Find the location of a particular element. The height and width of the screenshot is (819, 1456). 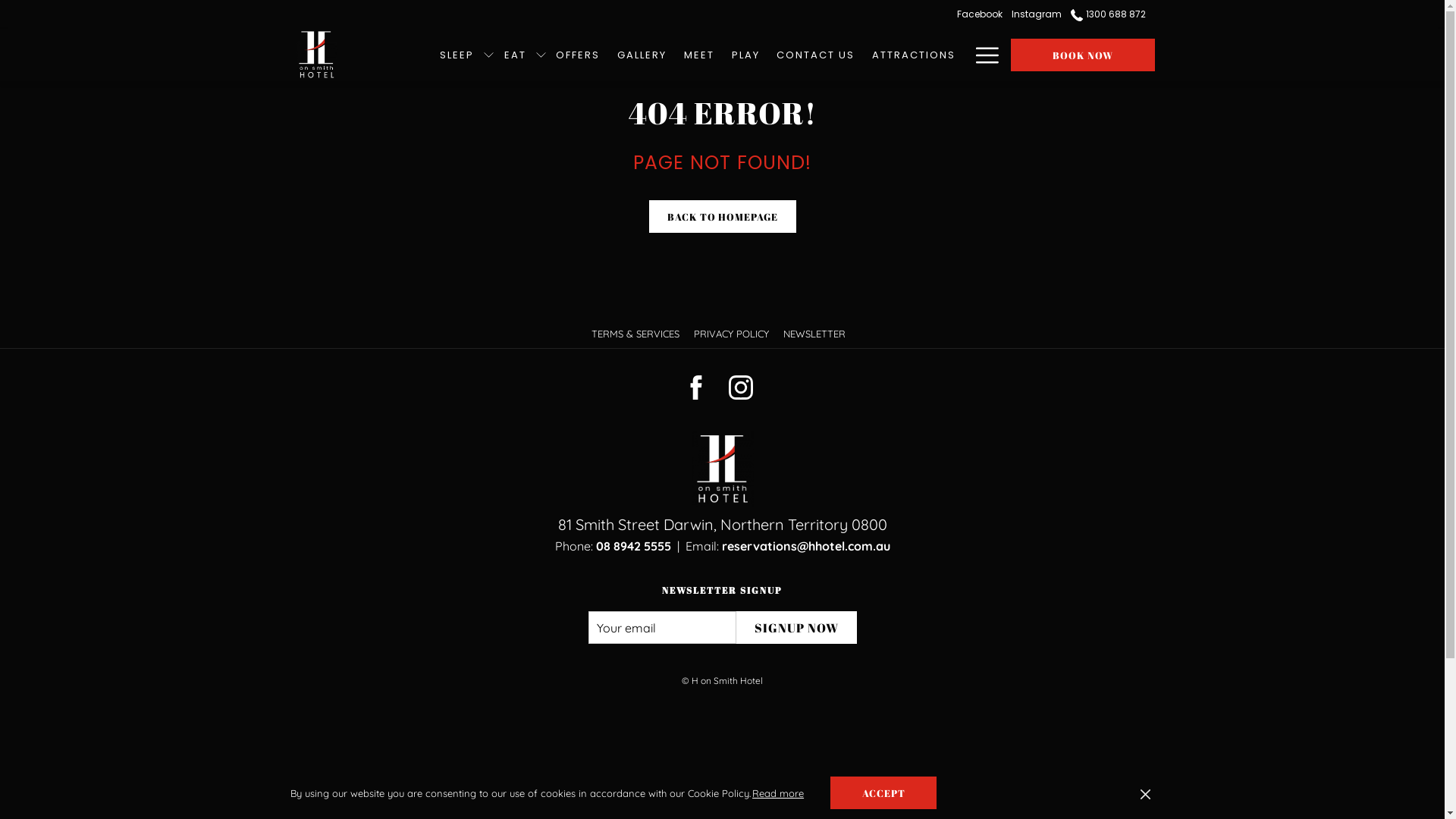

'PLAY' is located at coordinates (751, 54).